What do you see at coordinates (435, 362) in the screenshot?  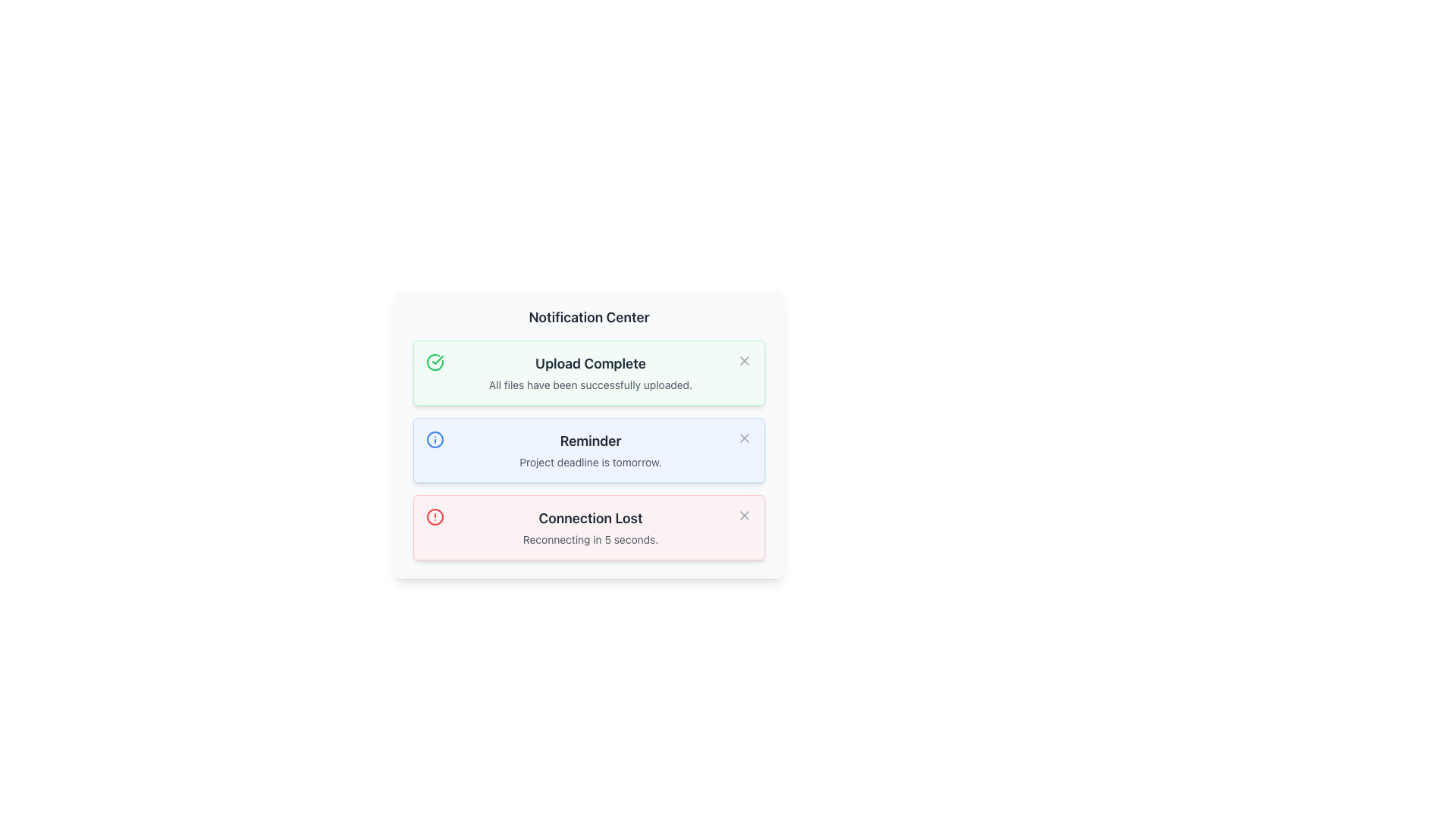 I see `the upload completion icon located in the upper-left corner of the green-highlighted panel labeled 'Upload Complete' within the notification list` at bounding box center [435, 362].